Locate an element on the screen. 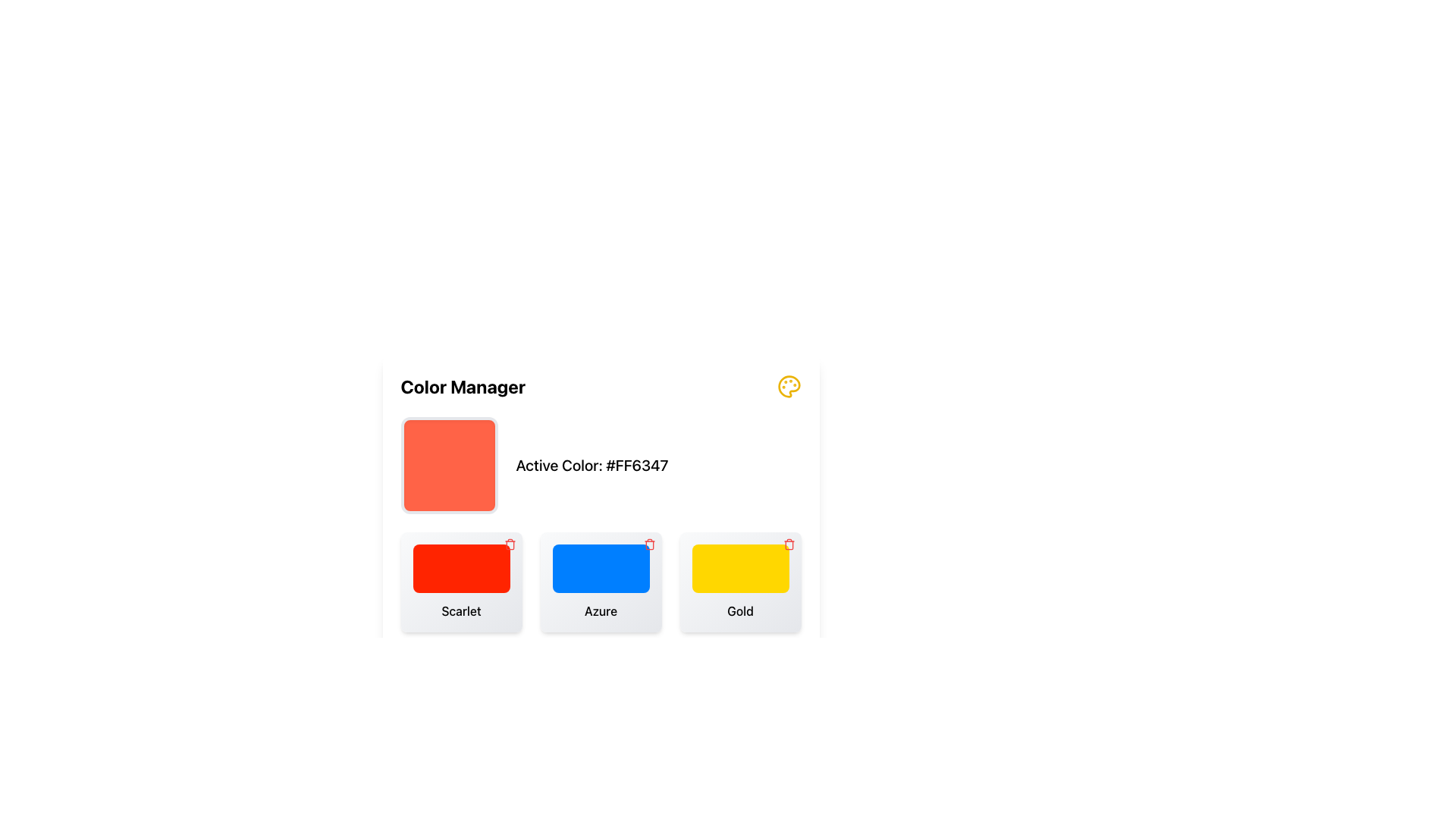 This screenshot has height=819, width=1456. the 'Gold' selectable card in the grid is located at coordinates (740, 581).